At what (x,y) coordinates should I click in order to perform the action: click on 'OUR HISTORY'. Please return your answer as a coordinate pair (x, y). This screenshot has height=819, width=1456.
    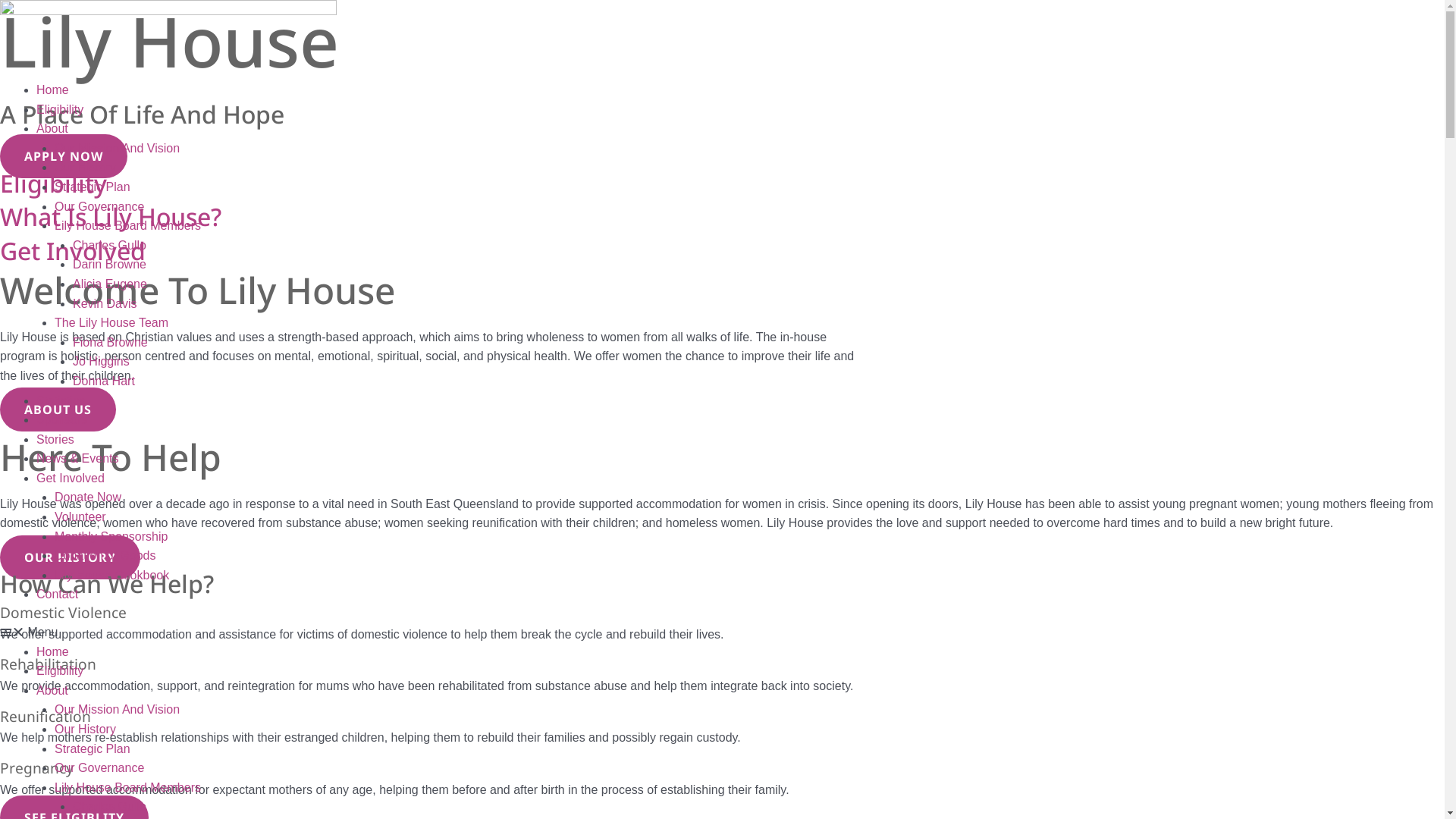
    Looking at the image, I should click on (69, 557).